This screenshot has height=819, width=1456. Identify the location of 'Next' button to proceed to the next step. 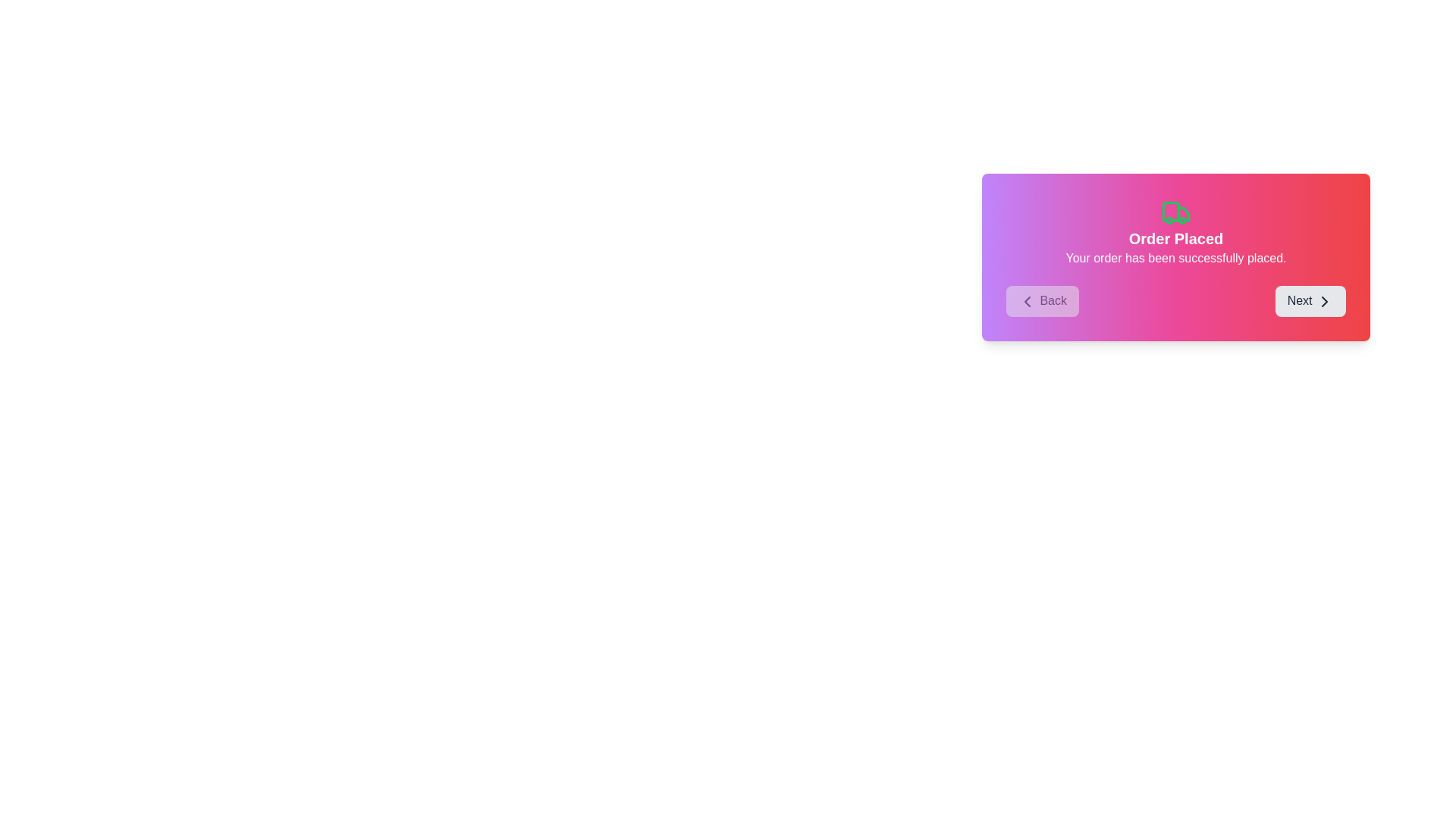
(1310, 301).